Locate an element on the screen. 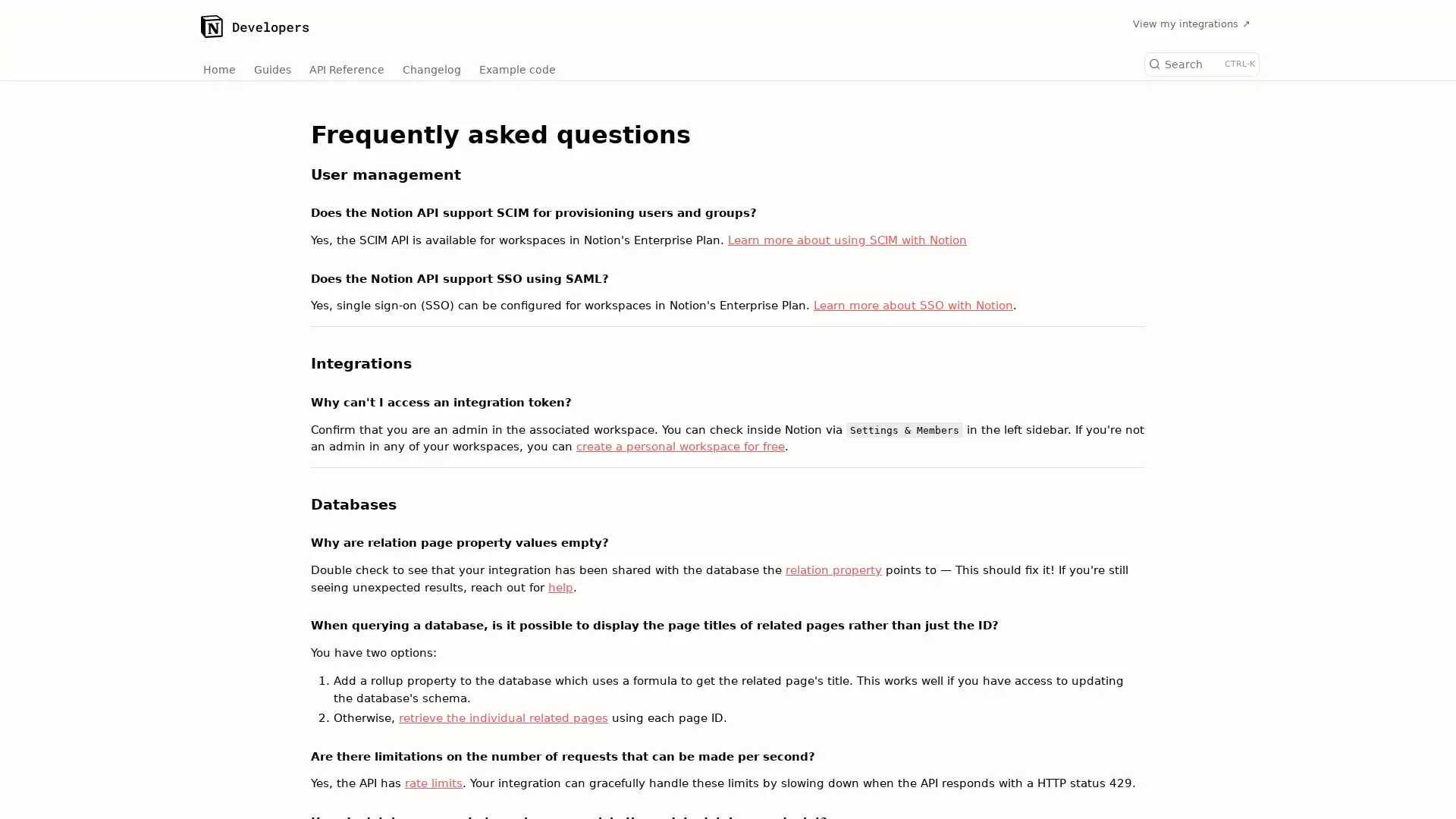  Search is located at coordinates (1200, 63).